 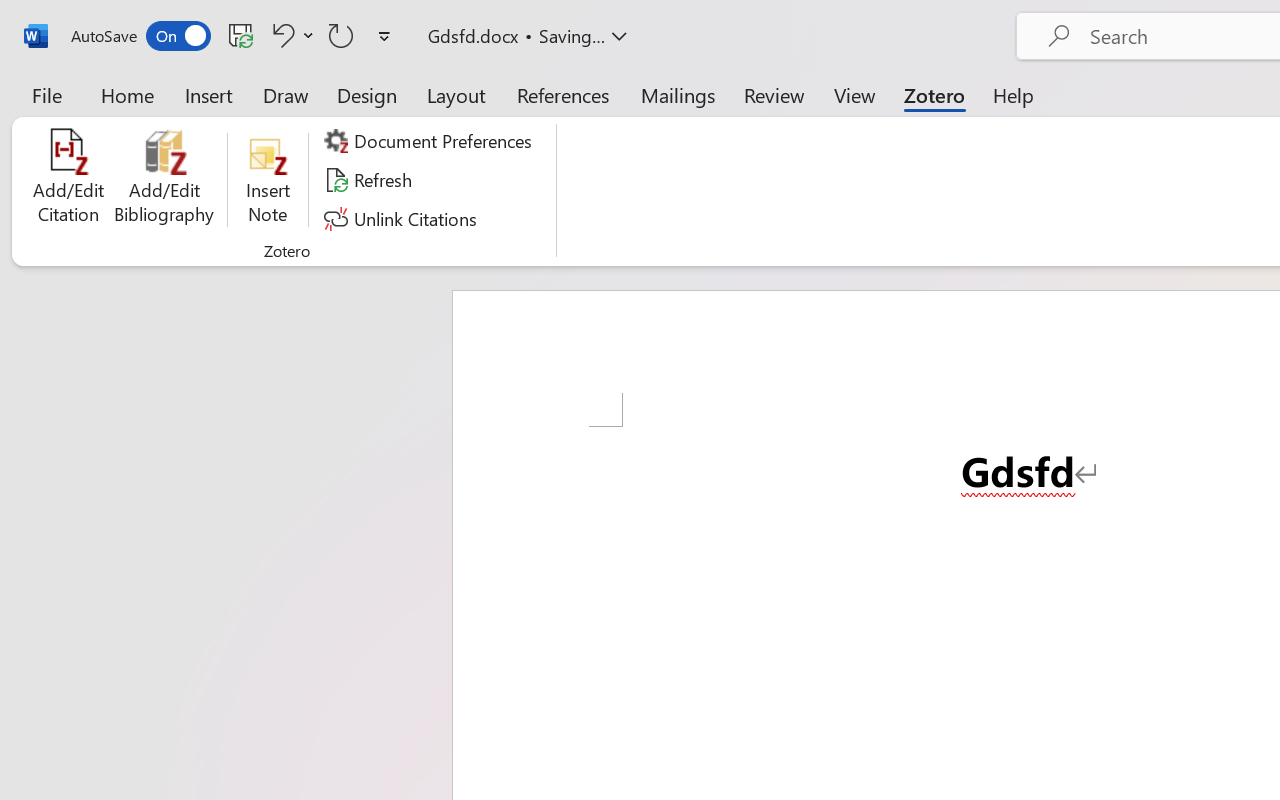 What do you see at coordinates (341, 34) in the screenshot?
I see `'Repeat Style'` at bounding box center [341, 34].